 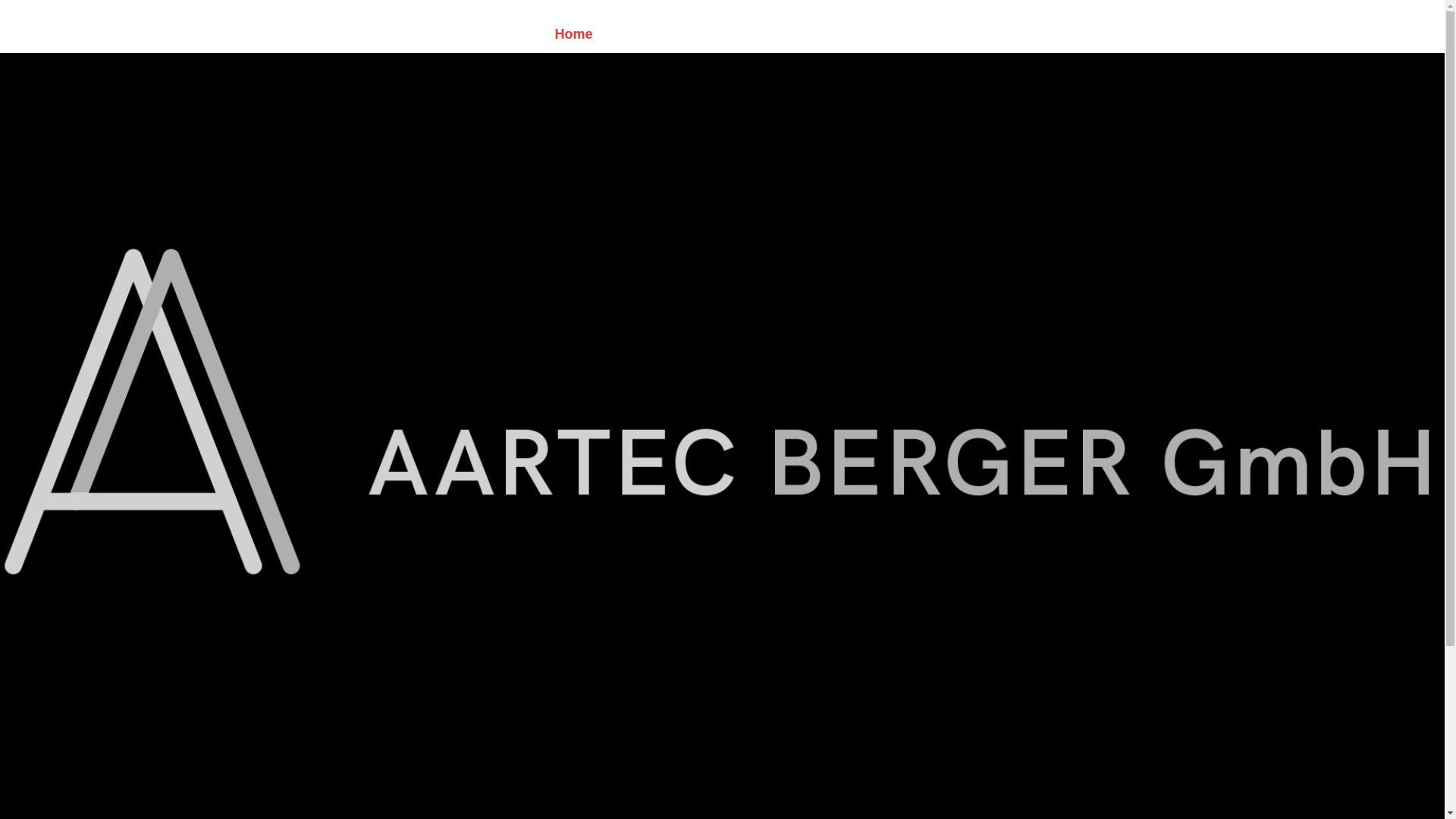 What do you see at coordinates (579, 34) in the screenshot?
I see `'Home'` at bounding box center [579, 34].